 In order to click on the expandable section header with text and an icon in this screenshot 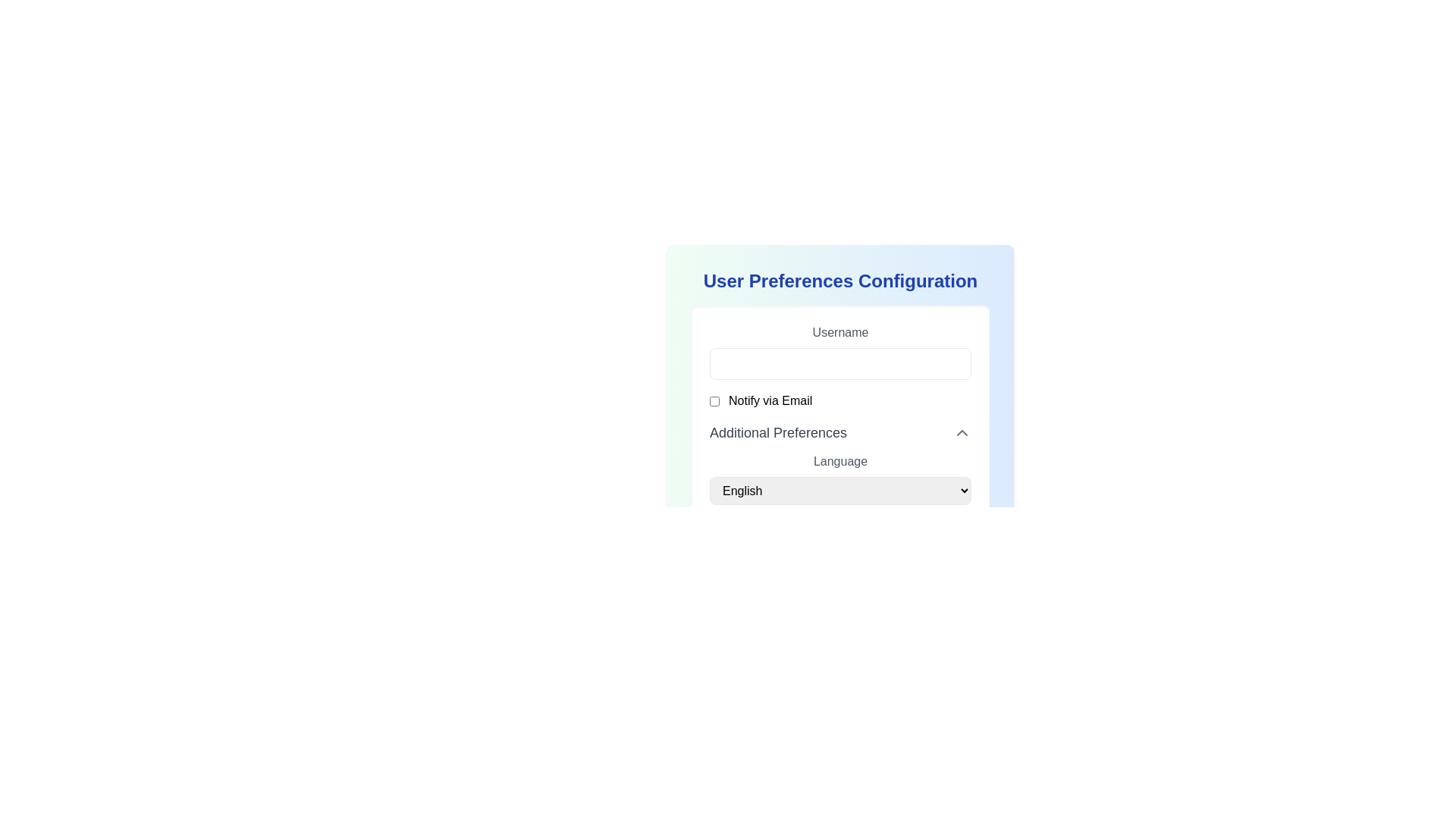, I will do `click(839, 432)`.